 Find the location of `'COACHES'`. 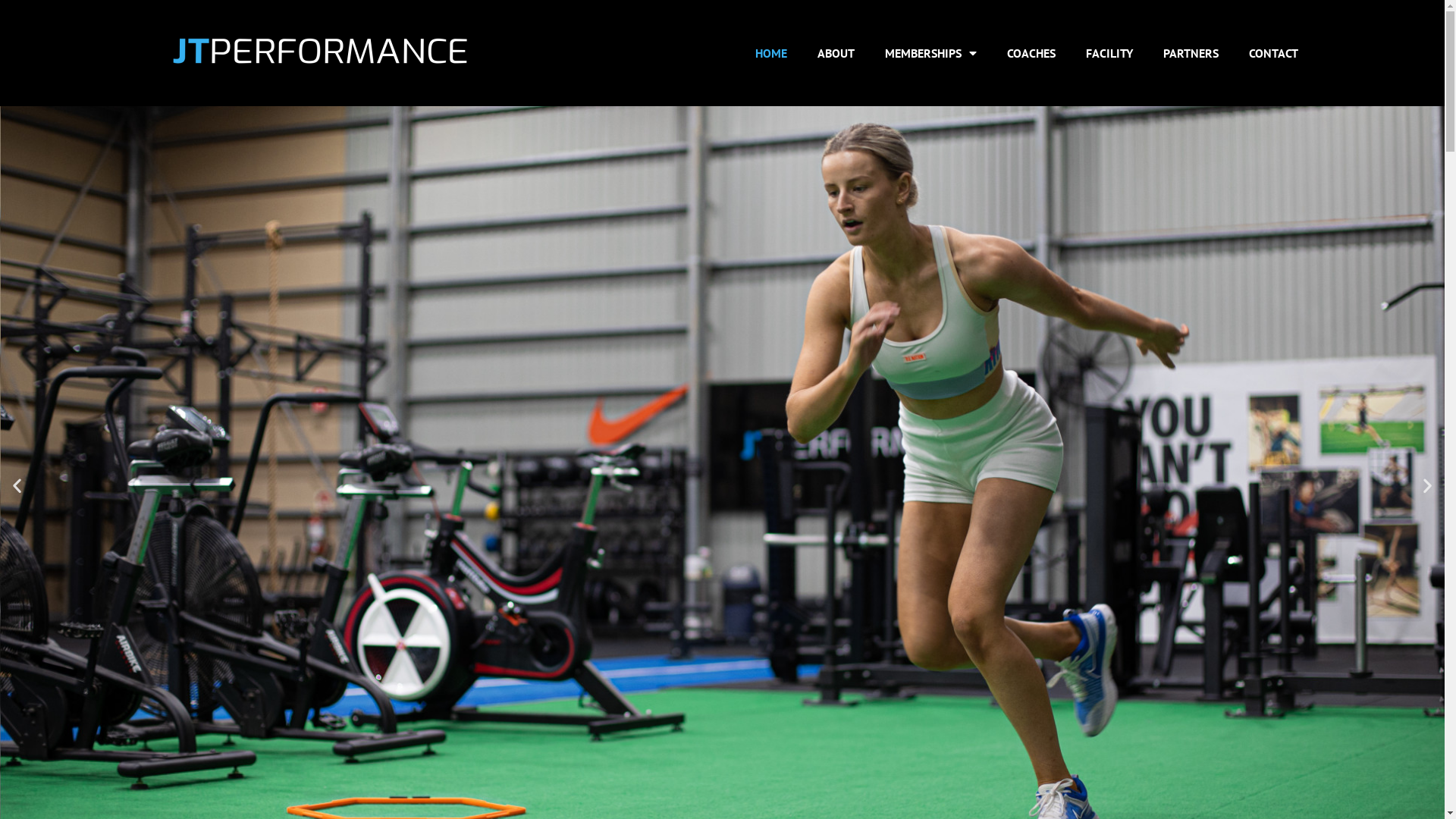

'COACHES' is located at coordinates (1031, 52).